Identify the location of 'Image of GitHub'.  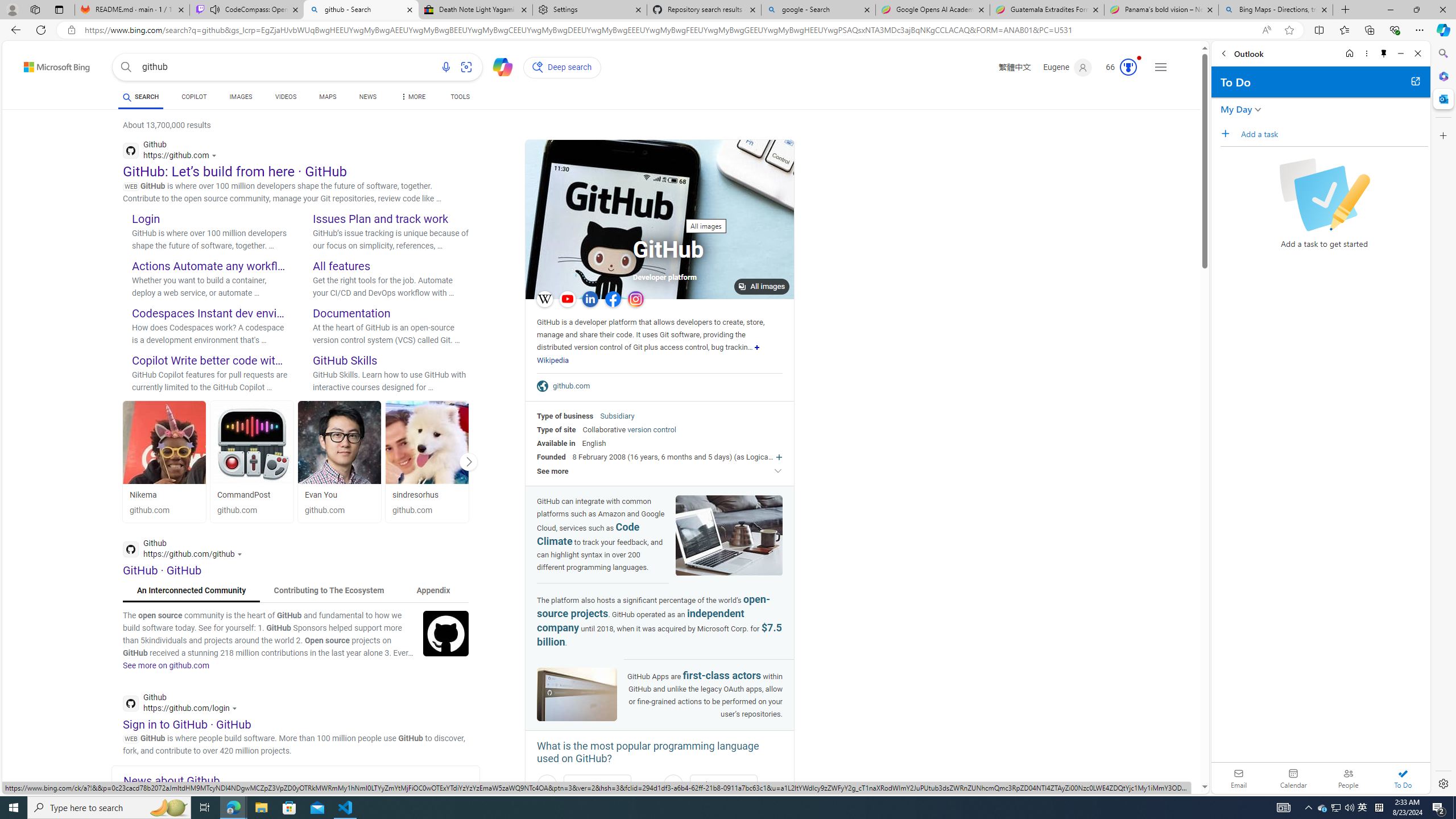
(577, 694).